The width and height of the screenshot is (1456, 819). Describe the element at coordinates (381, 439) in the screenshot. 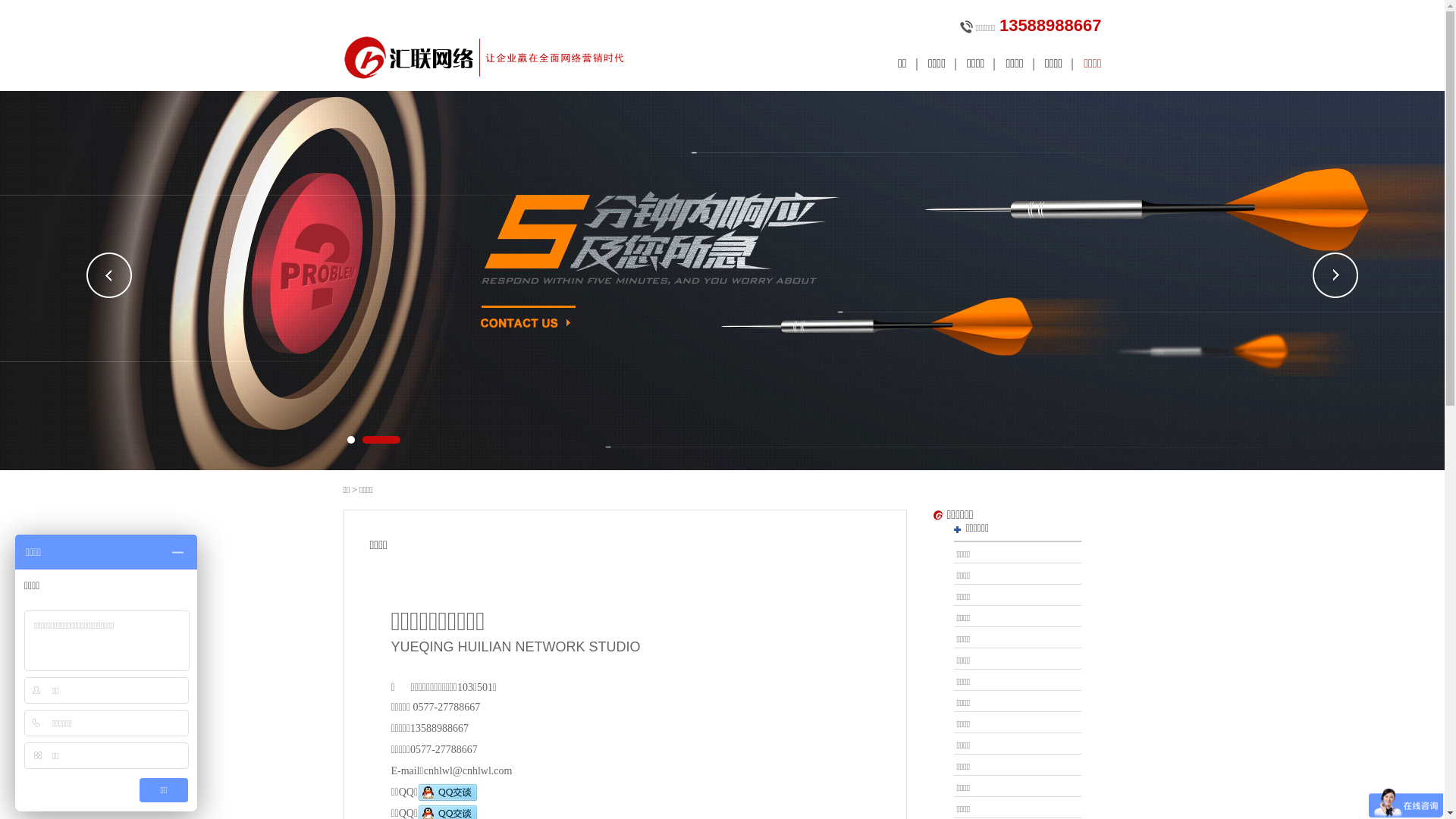

I see `'2'` at that location.